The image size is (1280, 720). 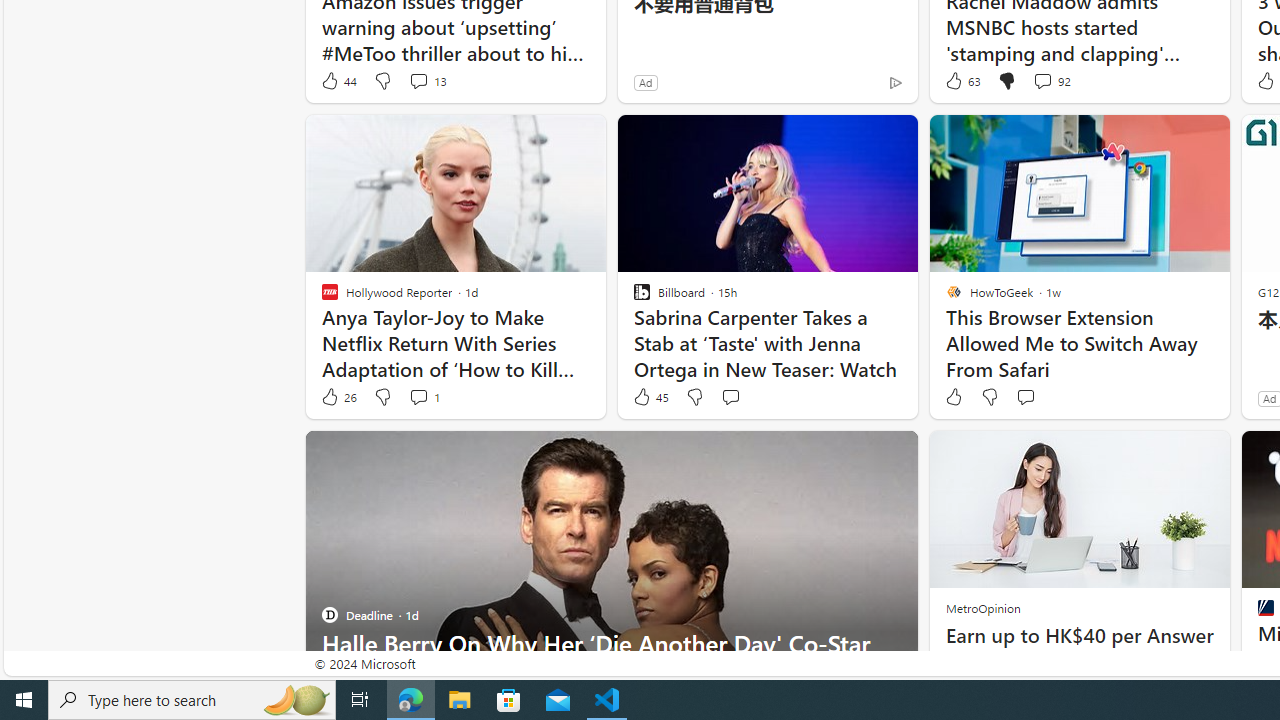 I want to click on 'View comments 92 Comment', so click(x=1041, y=80).